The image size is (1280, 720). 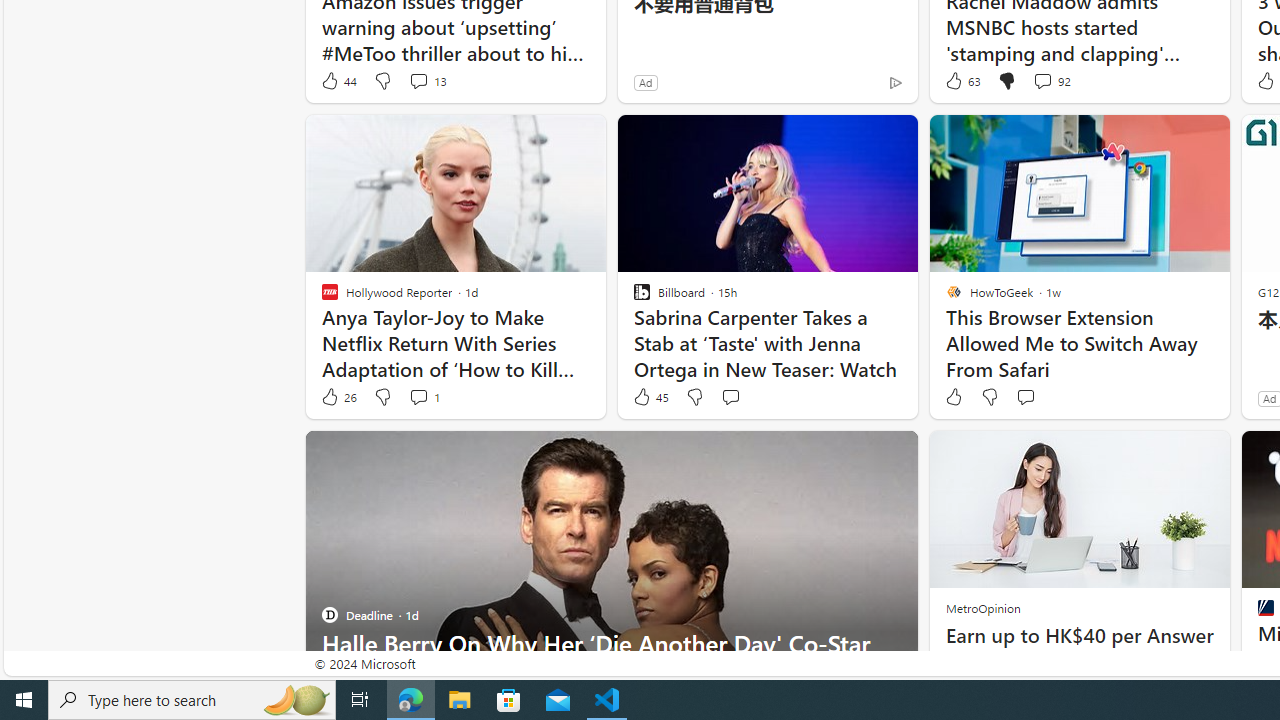 I want to click on 'View comments 92 Comment', so click(x=1041, y=80).